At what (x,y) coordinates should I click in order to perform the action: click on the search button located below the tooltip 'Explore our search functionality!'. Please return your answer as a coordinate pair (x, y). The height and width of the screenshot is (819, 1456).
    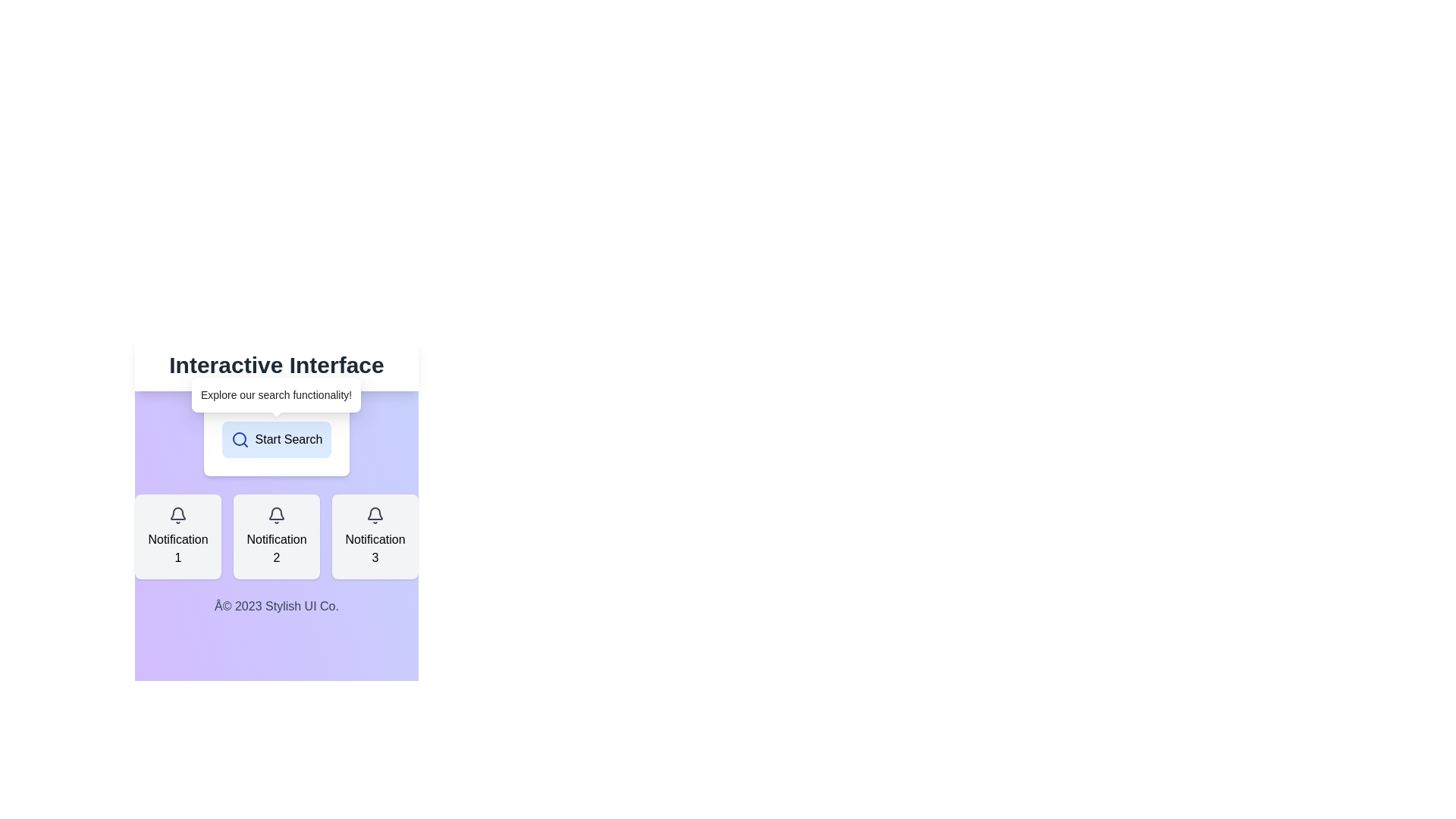
    Looking at the image, I should click on (276, 439).